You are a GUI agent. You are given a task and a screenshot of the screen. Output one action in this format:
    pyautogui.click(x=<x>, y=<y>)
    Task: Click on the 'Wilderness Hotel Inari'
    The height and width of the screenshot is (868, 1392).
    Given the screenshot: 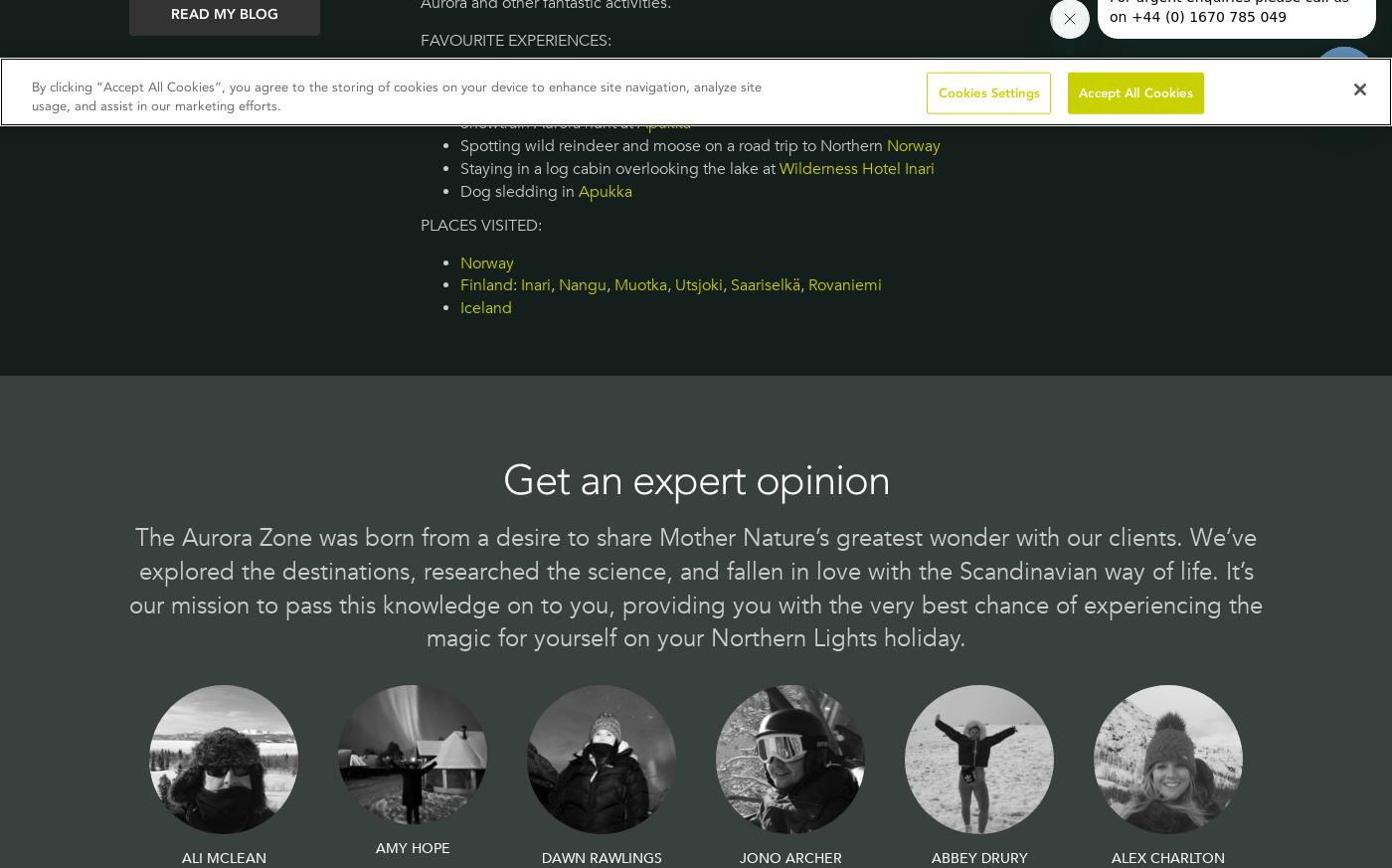 What is the action you would take?
    pyautogui.click(x=779, y=168)
    